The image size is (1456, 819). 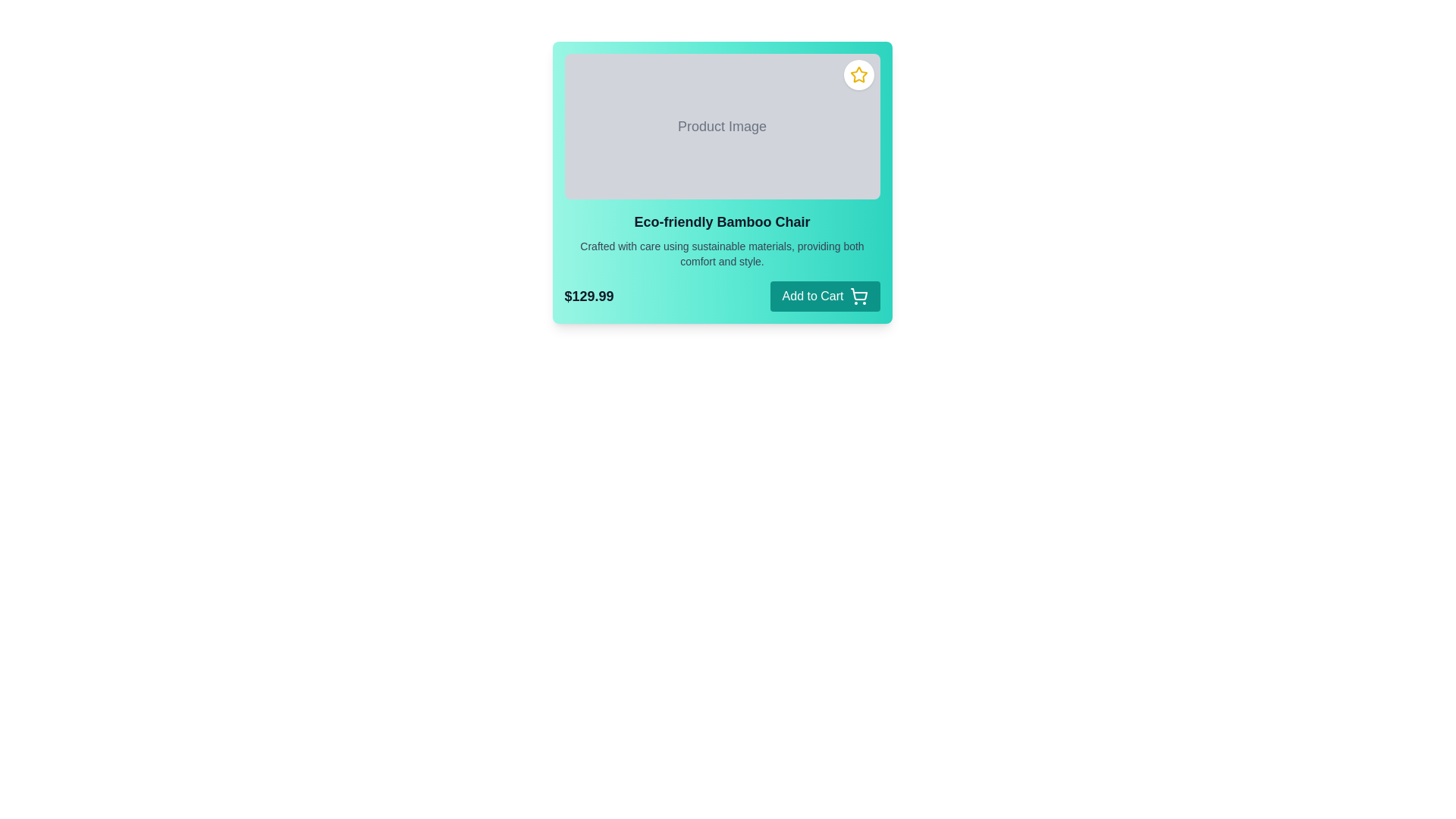 What do you see at coordinates (858, 75) in the screenshot?
I see `the star icon with a yellow color and hollow center, located in the top-right corner of the product display card` at bounding box center [858, 75].